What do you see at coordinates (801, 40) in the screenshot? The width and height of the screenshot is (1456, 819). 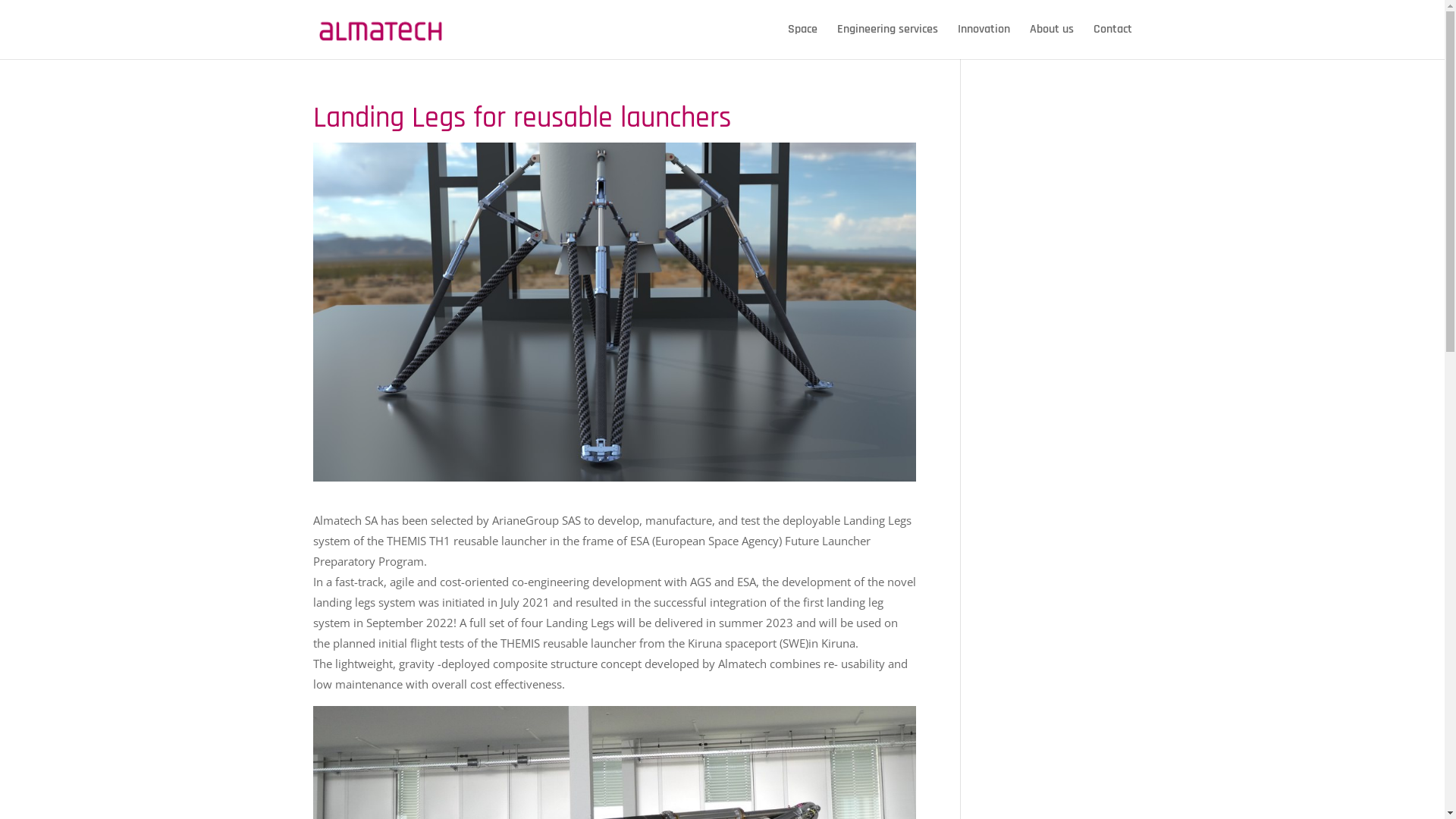 I see `'Space'` at bounding box center [801, 40].